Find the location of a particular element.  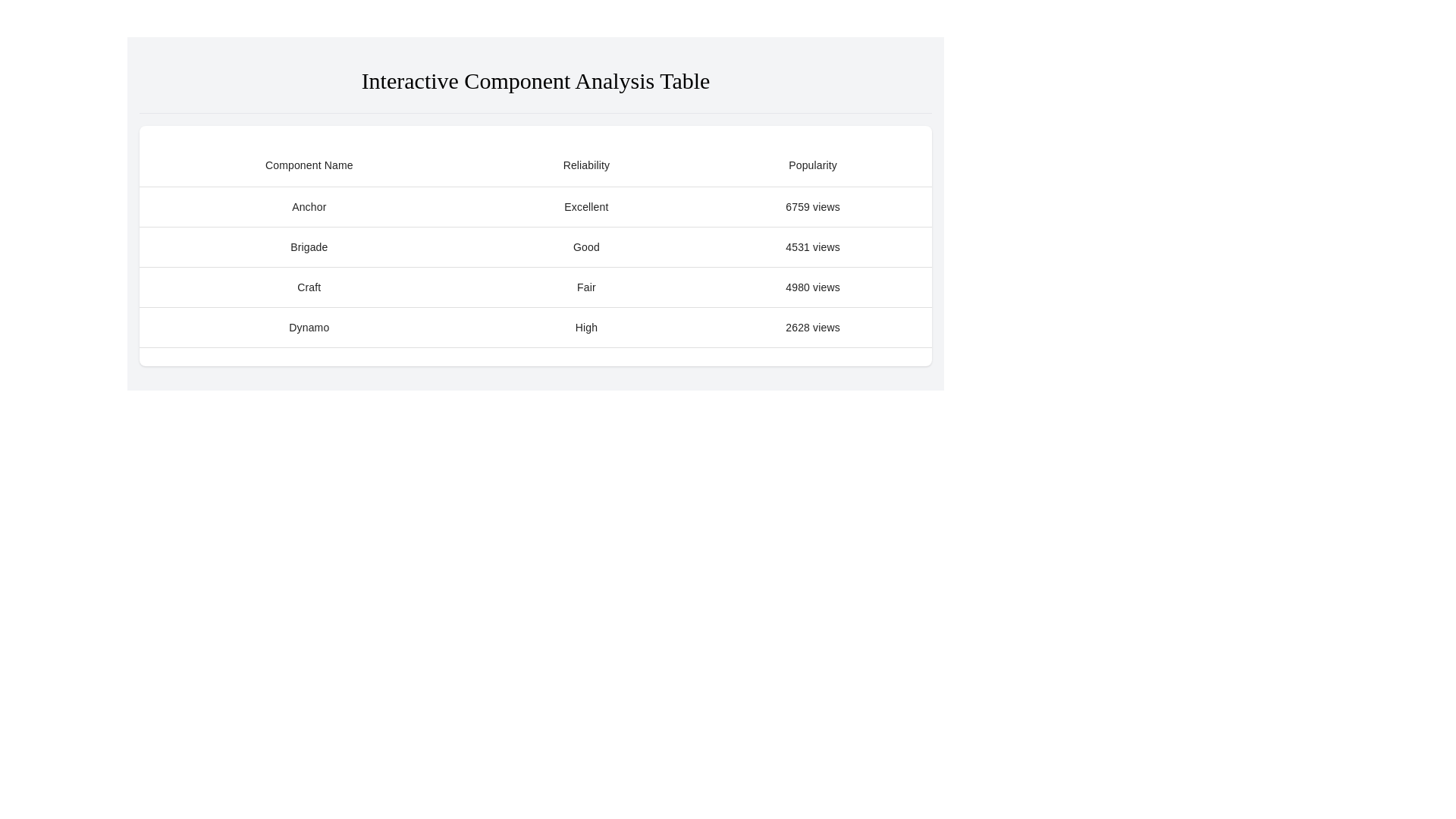

the table cell containing the text 'Good' in the 'Reliability' column aligned with the 'Brigade' row is located at coordinates (585, 246).